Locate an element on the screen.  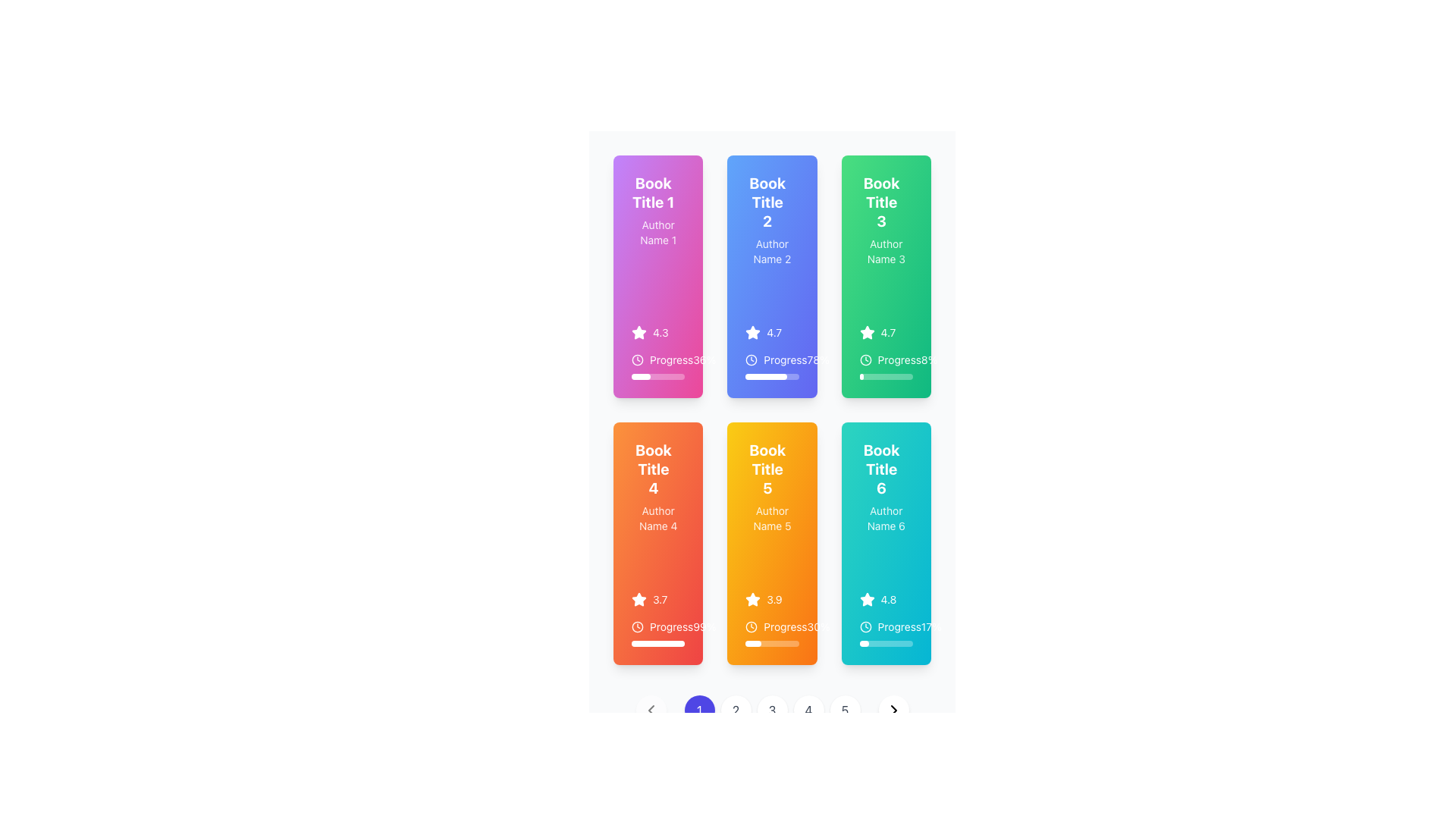
visual progress of the Progress Bar located in the fourth card of a six-card grid layout under the label 'Progress99%', indicating 99% completion is located at coordinates (658, 643).